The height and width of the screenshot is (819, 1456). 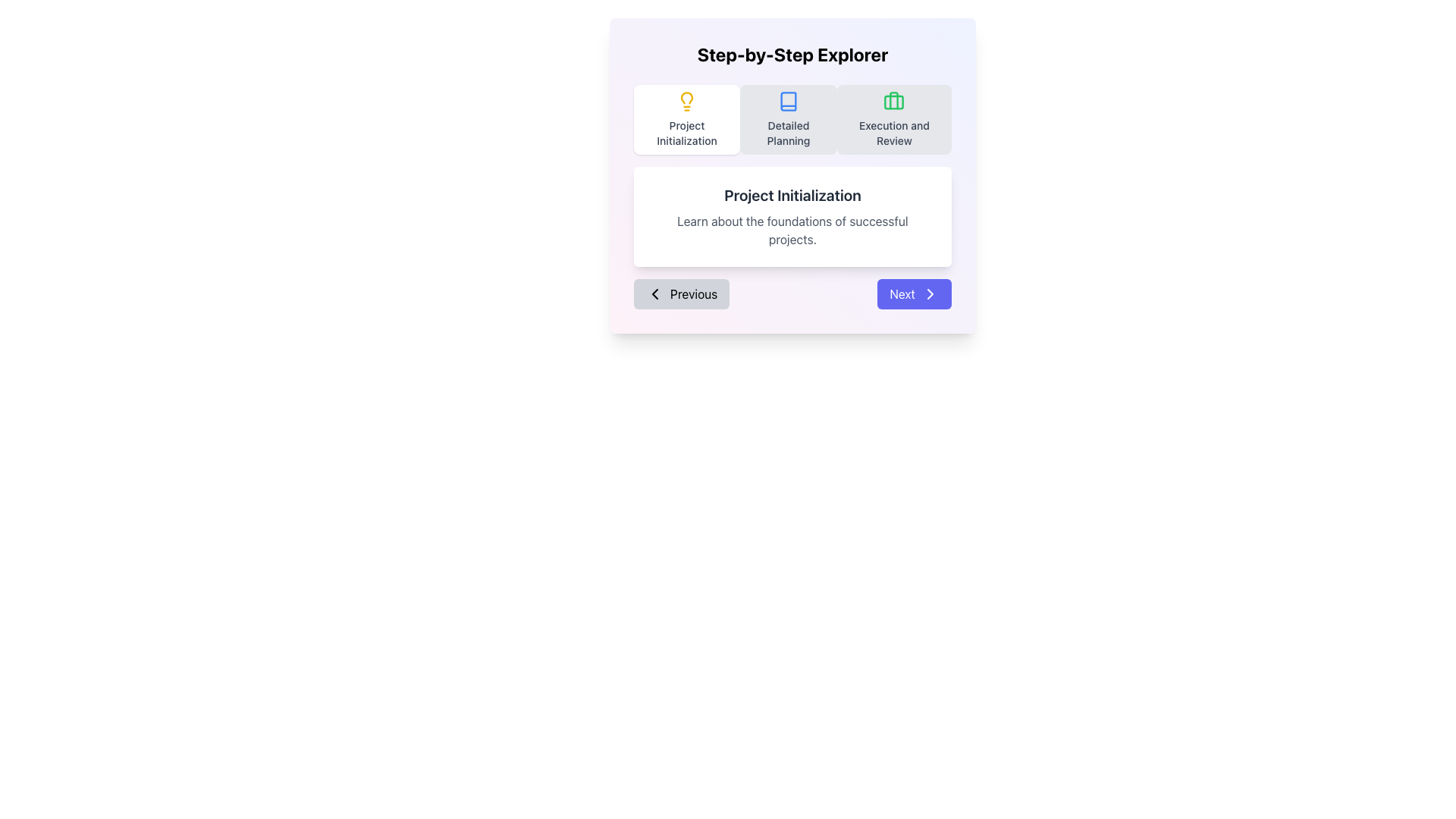 I want to click on the 'Execution and Review' text label, which serves as a caption for a selectable step on the rightmost side of a three-step process interface, so click(x=894, y=133).